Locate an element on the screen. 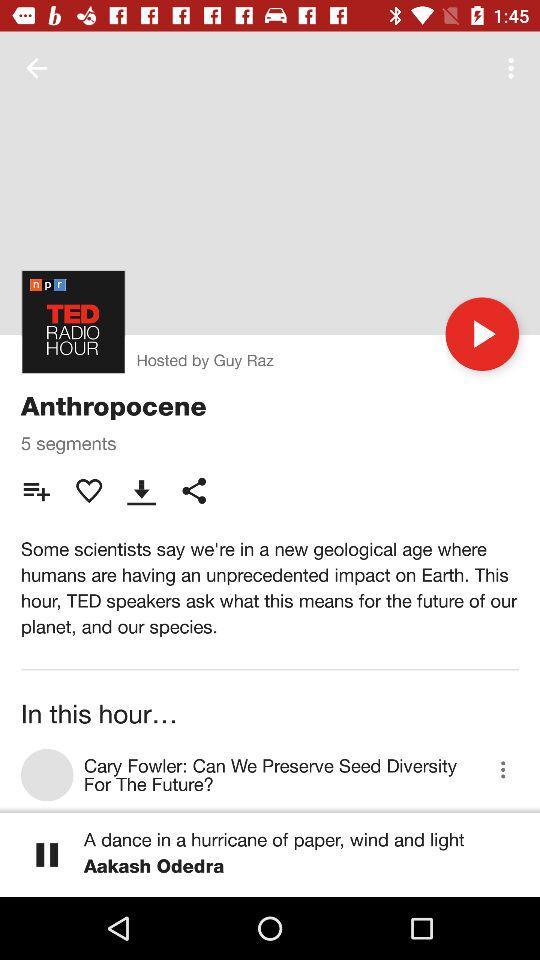 The image size is (540, 960). the play icon is located at coordinates (481, 334).